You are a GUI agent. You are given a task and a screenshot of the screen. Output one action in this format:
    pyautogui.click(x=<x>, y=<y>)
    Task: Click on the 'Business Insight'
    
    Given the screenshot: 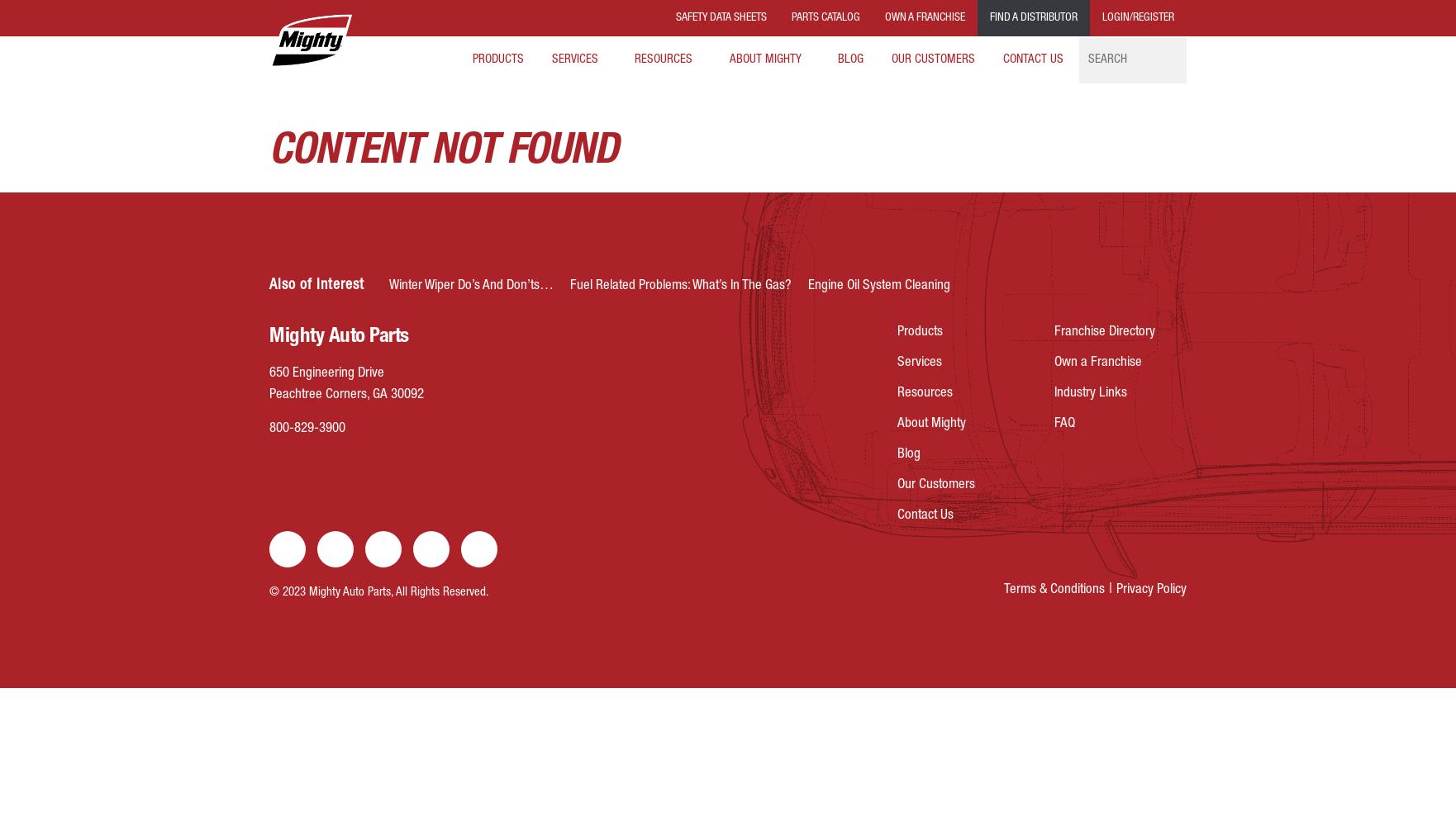 What is the action you would take?
    pyautogui.click(x=594, y=105)
    